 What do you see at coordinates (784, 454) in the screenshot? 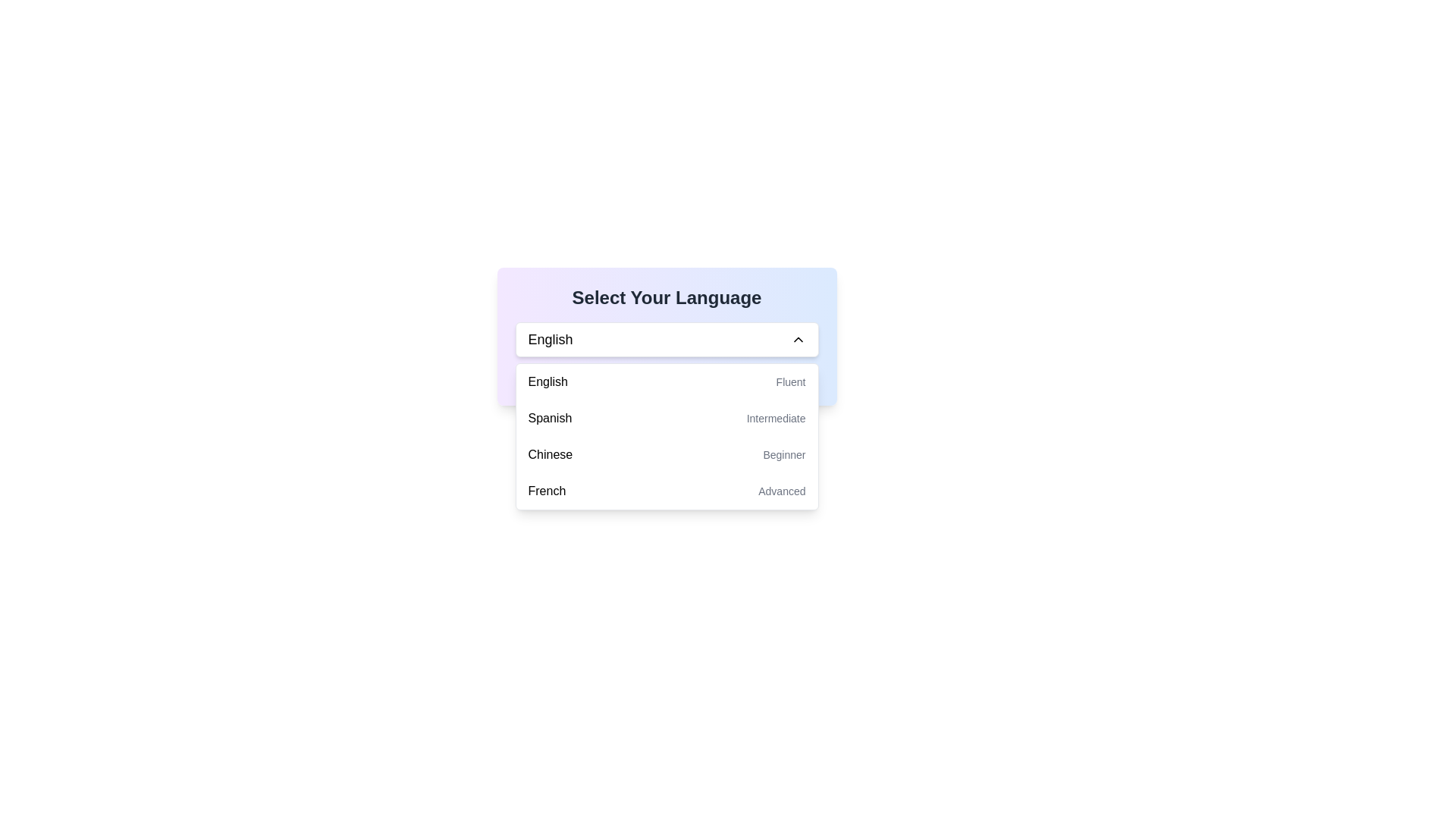
I see `the text element displaying 'Beginner' in a small, light gray font, located on the right side of the language selection dropdown for Chinese` at bounding box center [784, 454].